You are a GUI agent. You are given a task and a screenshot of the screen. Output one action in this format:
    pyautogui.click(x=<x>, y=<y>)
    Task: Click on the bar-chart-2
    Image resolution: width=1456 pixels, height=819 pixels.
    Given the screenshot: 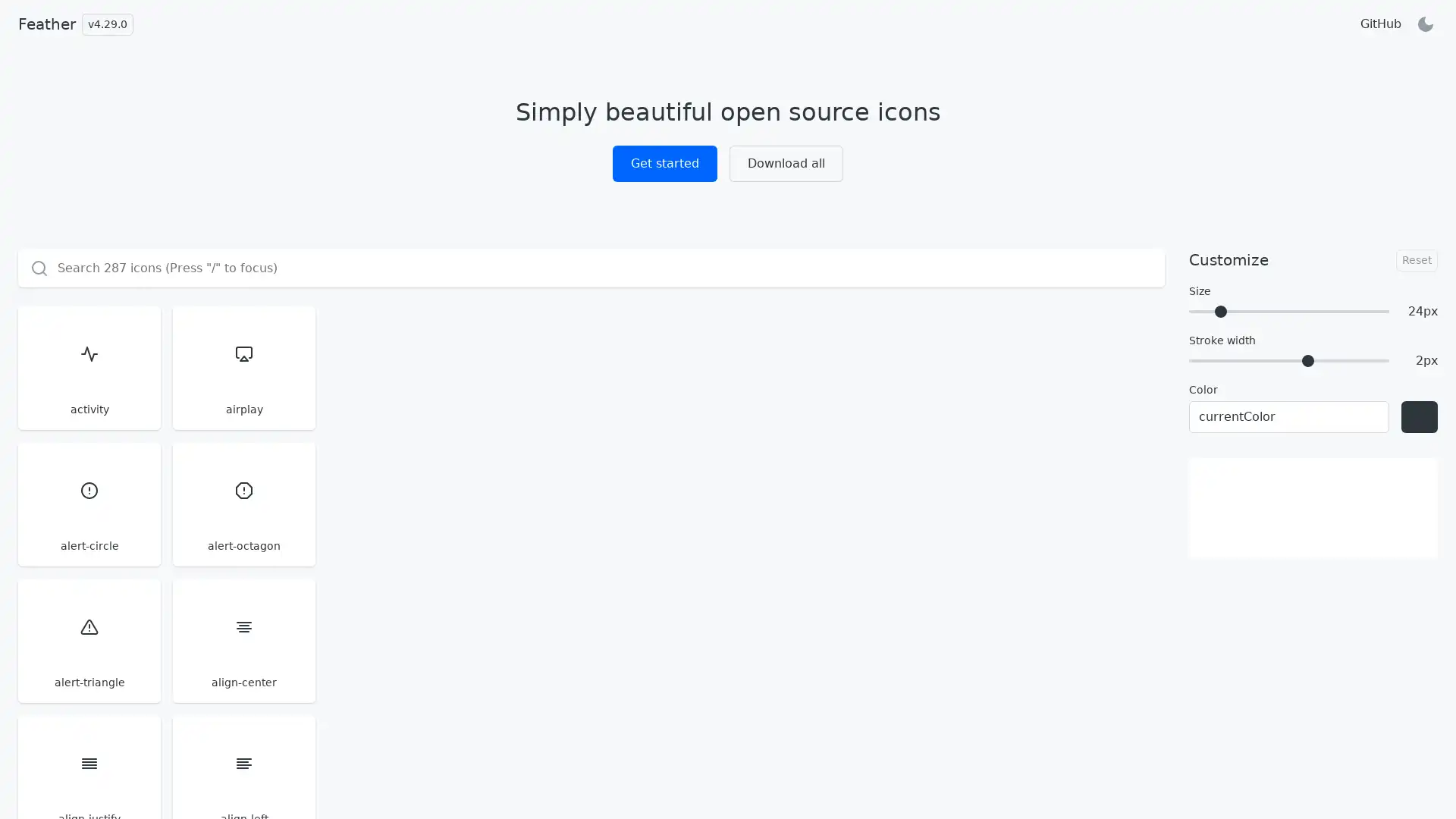 What is the action you would take?
    pyautogui.click(x=1106, y=640)
    